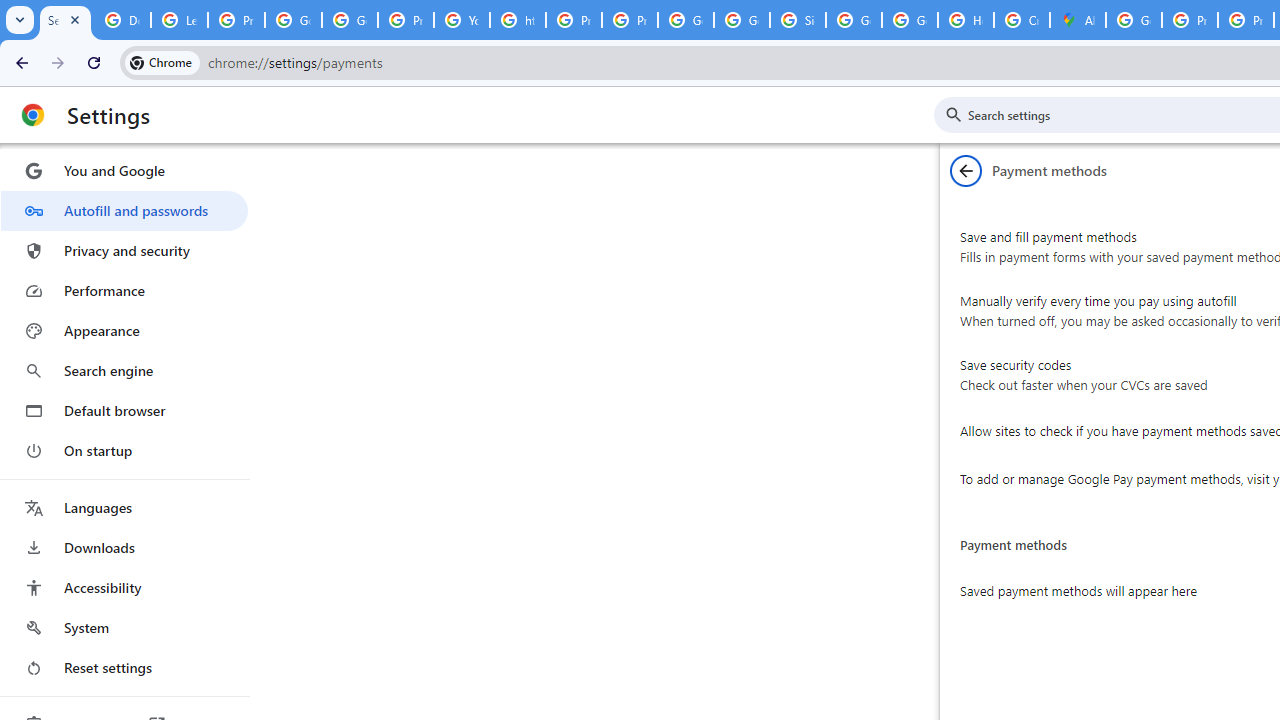 The height and width of the screenshot is (720, 1280). What do you see at coordinates (573, 20) in the screenshot?
I see `'Privacy Help Center - Policies Help'` at bounding box center [573, 20].